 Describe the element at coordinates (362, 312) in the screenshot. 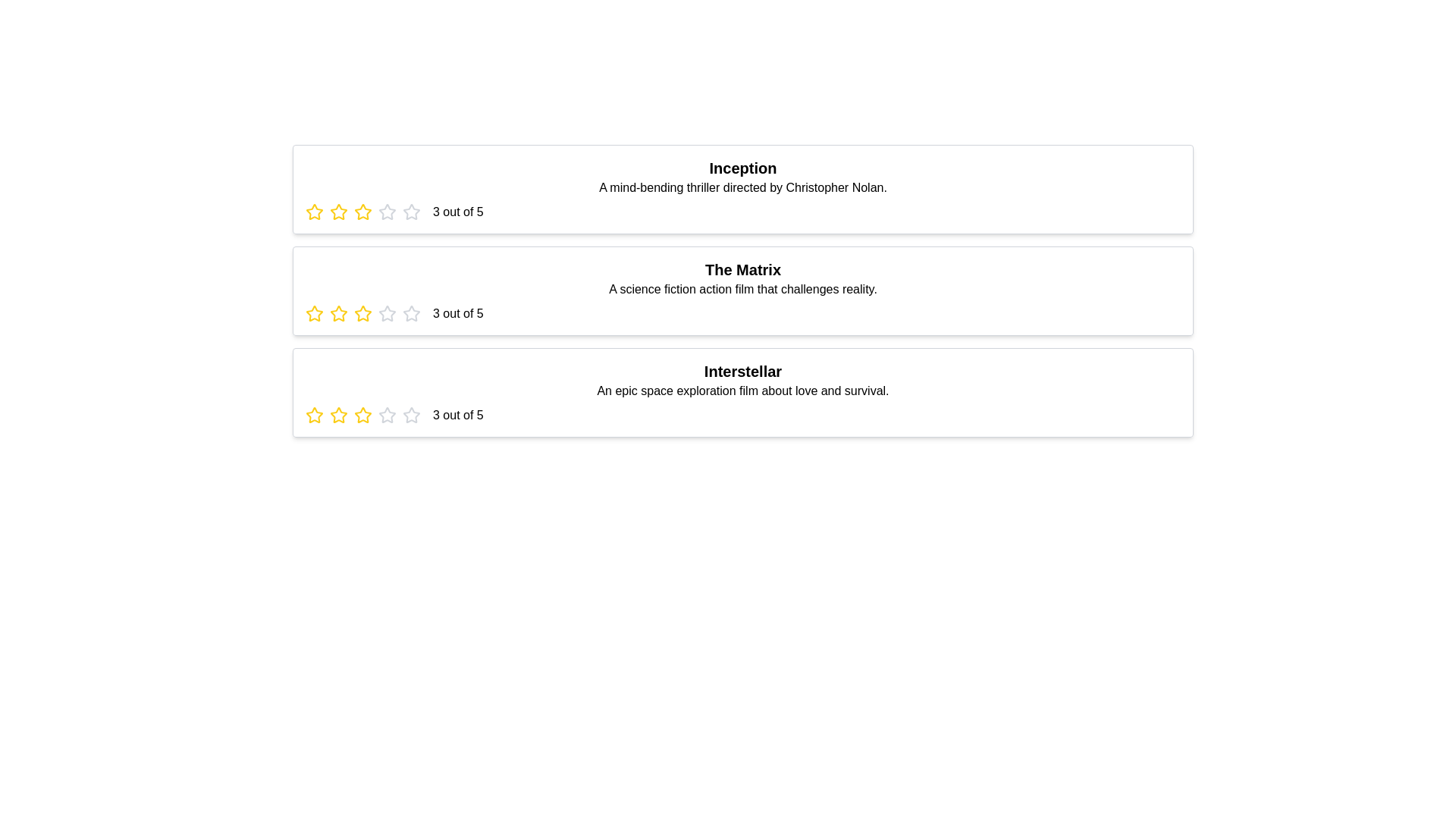

I see `the star corresponding to 3 stars for the movie titled The Matrix` at that location.